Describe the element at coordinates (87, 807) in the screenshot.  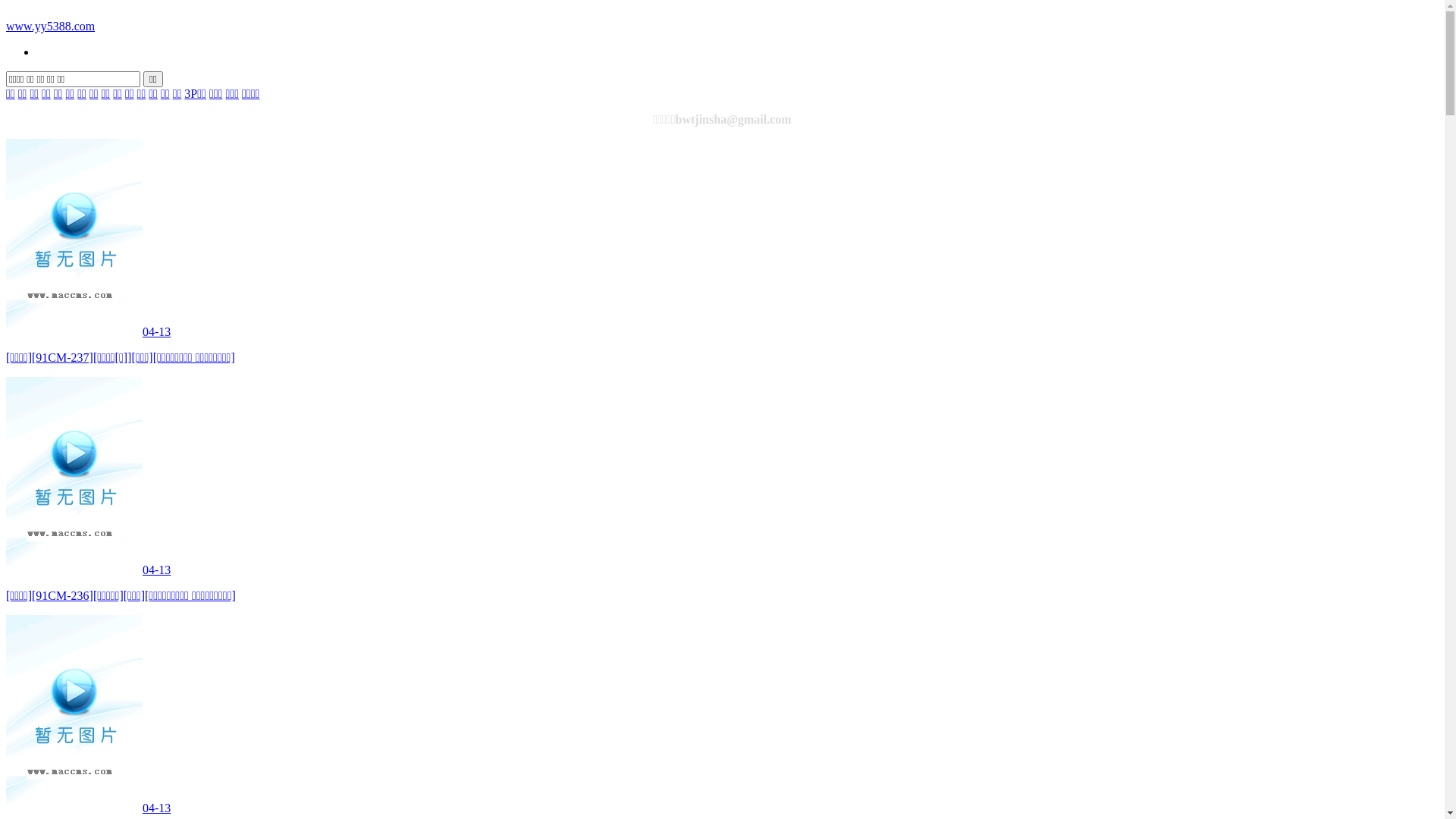
I see `'04-13'` at that location.